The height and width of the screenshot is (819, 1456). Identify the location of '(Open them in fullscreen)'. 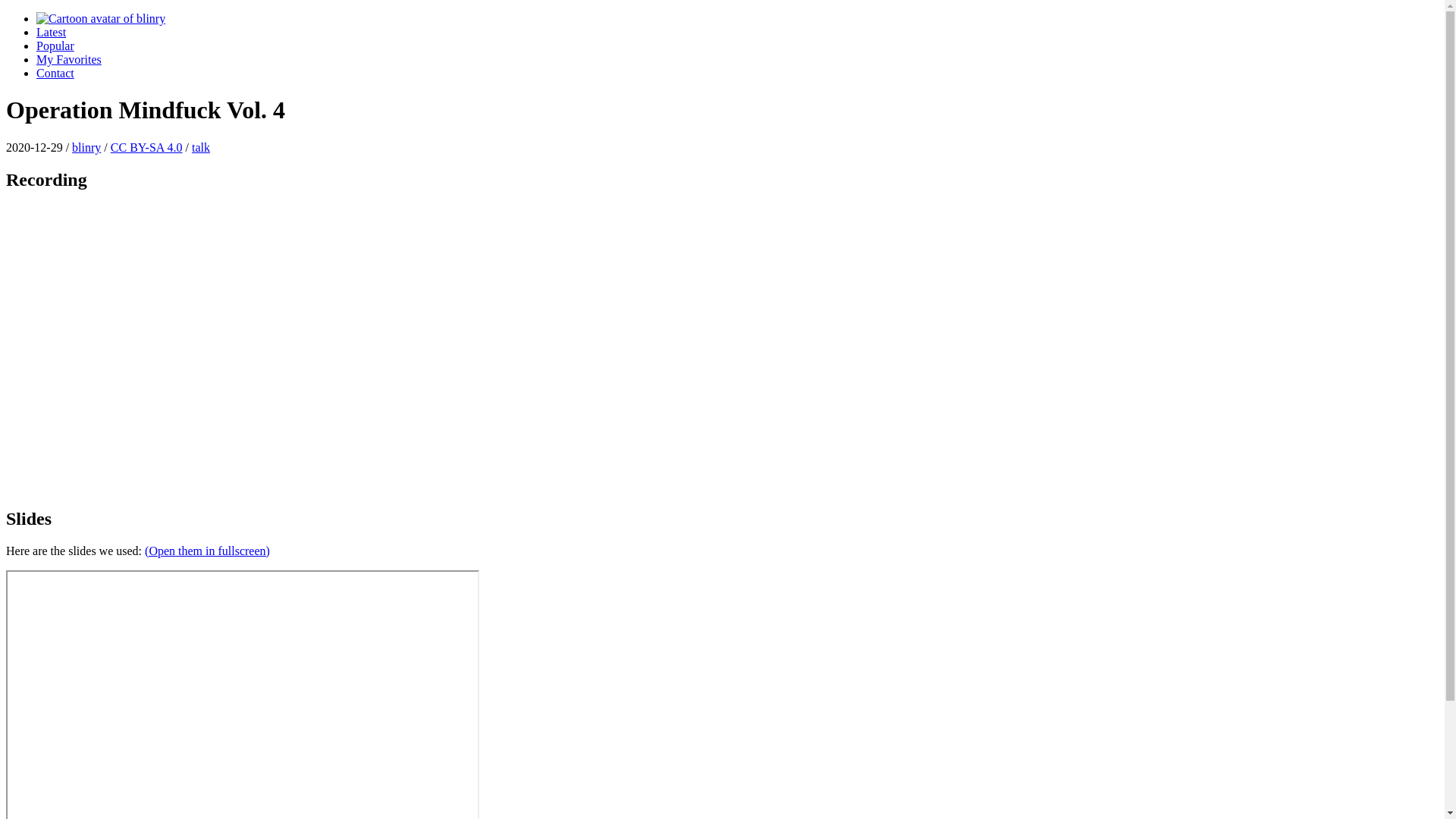
(206, 551).